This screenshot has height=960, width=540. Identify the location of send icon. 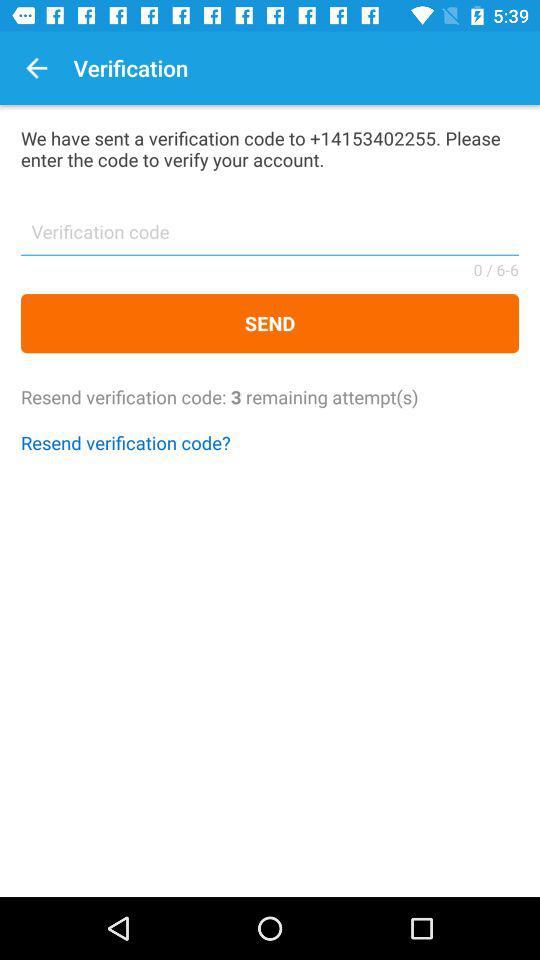
(270, 323).